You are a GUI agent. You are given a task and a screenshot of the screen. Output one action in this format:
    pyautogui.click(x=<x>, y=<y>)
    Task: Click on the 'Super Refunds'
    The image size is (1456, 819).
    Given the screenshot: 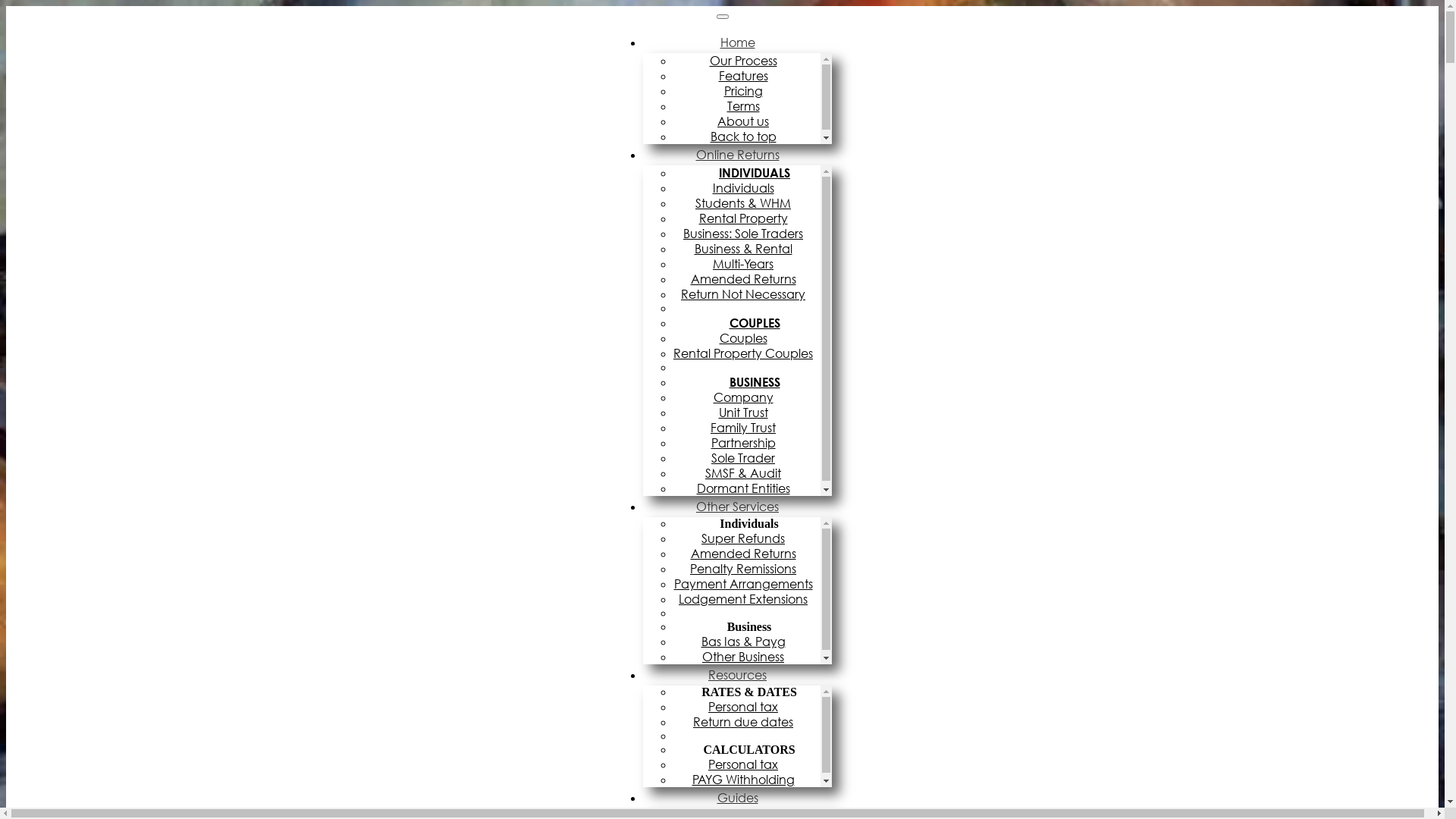 What is the action you would take?
    pyautogui.click(x=701, y=537)
    